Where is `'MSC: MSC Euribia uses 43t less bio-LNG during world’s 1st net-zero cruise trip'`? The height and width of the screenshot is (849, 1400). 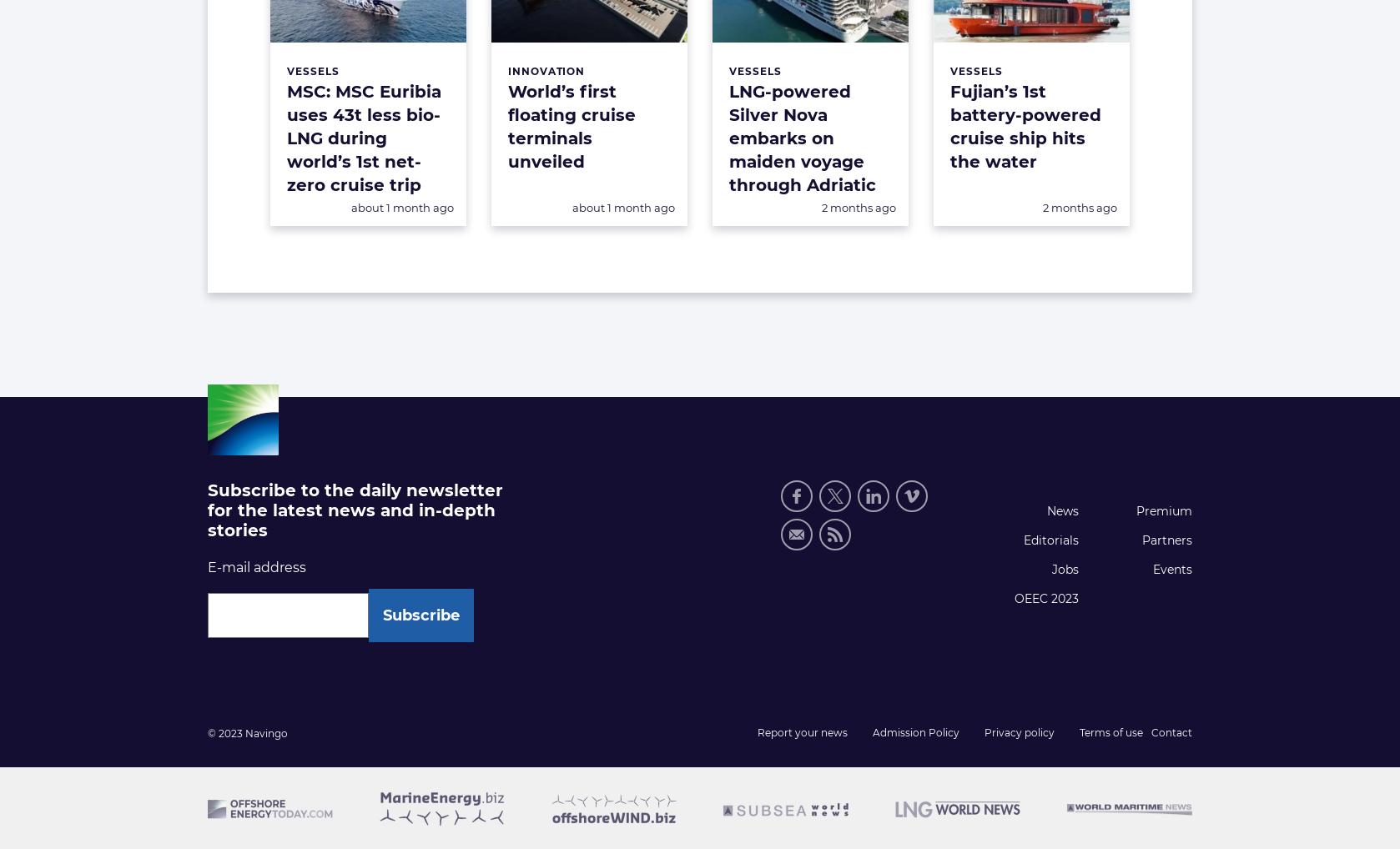 'MSC: MSC Euribia uses 43t less bio-LNG during world’s 1st net-zero cruise trip' is located at coordinates (286, 138).